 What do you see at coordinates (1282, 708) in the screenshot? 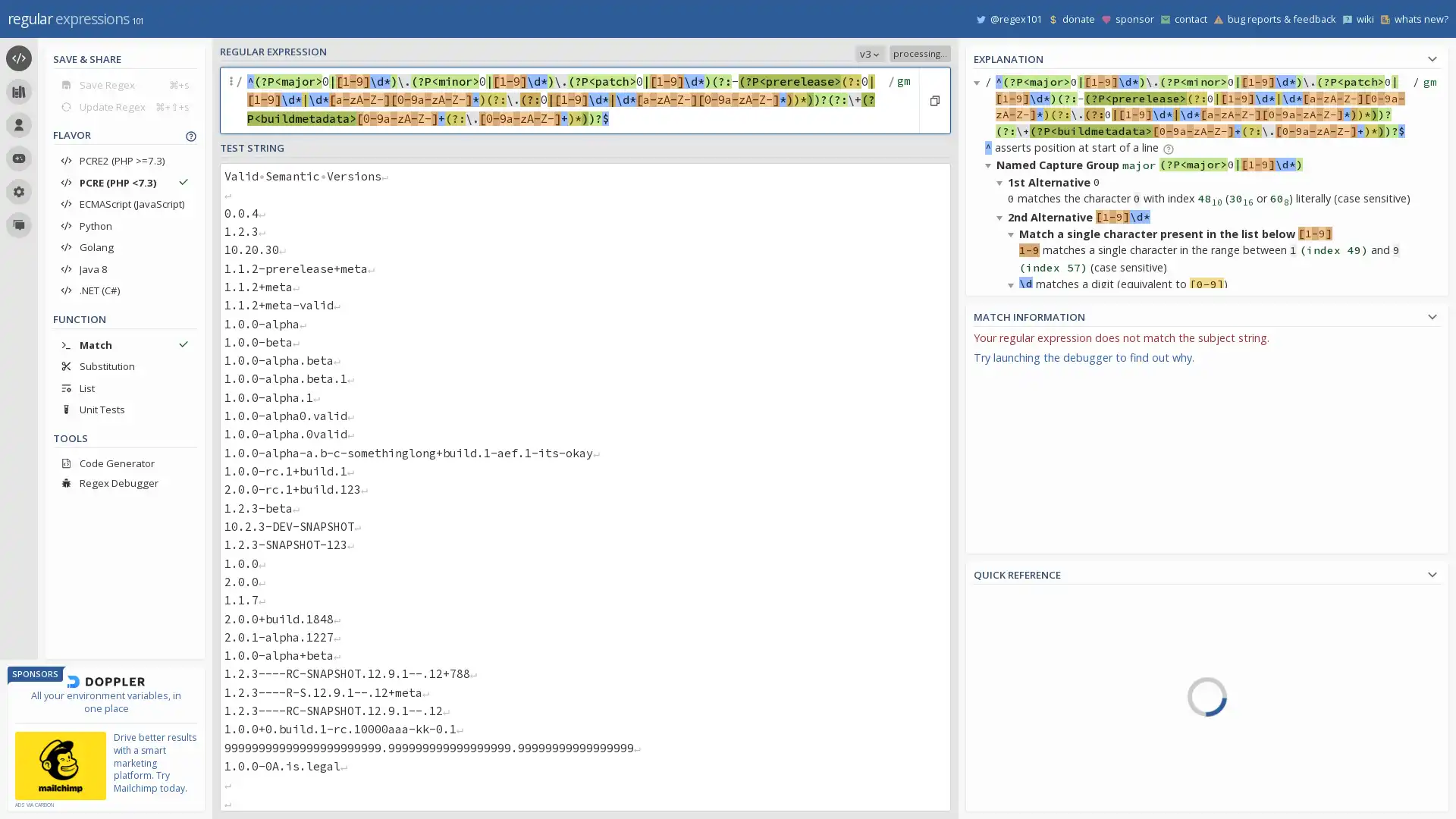
I see `Any single character .` at bounding box center [1282, 708].